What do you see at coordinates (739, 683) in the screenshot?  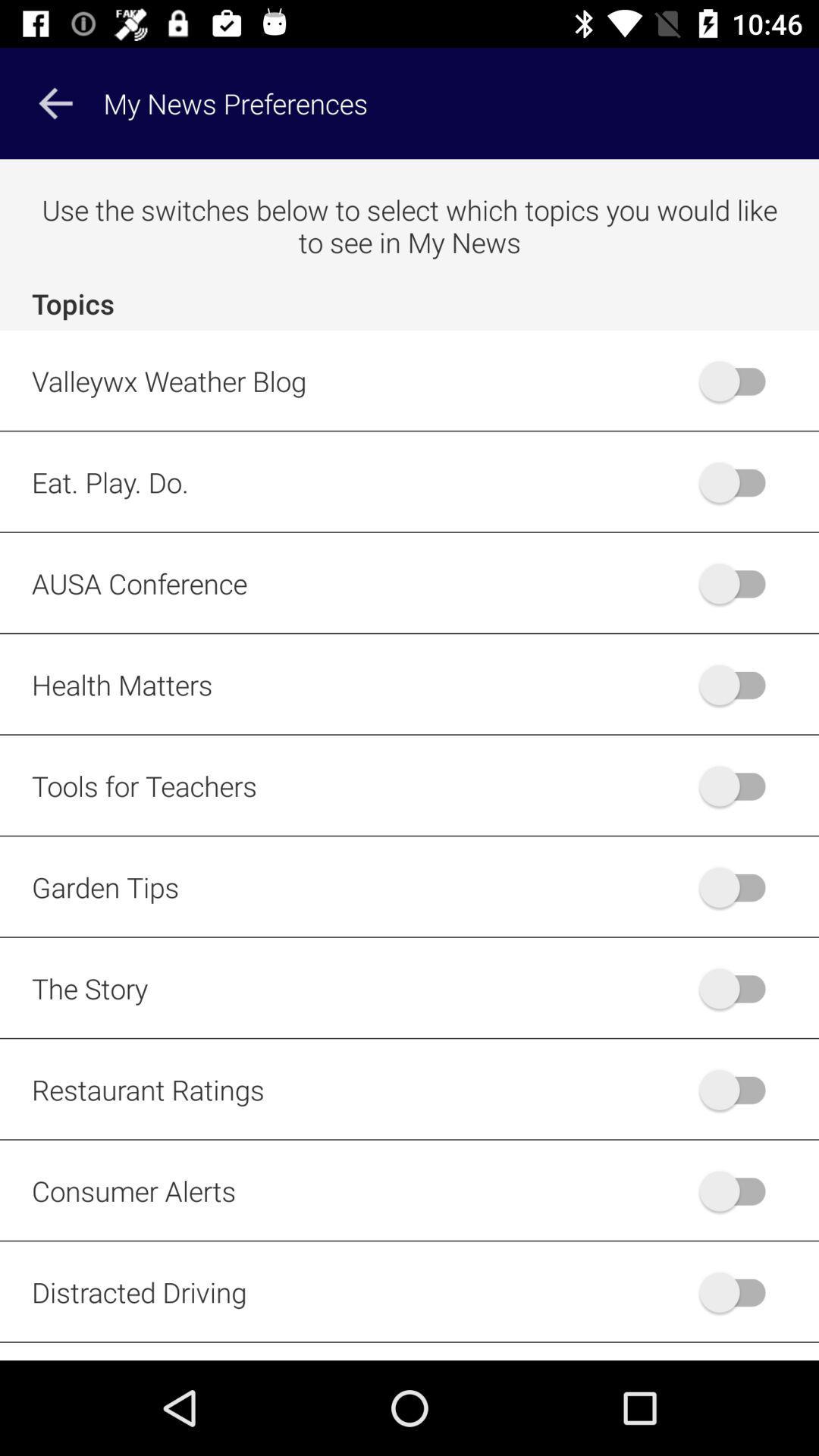 I see `health matters` at bounding box center [739, 683].